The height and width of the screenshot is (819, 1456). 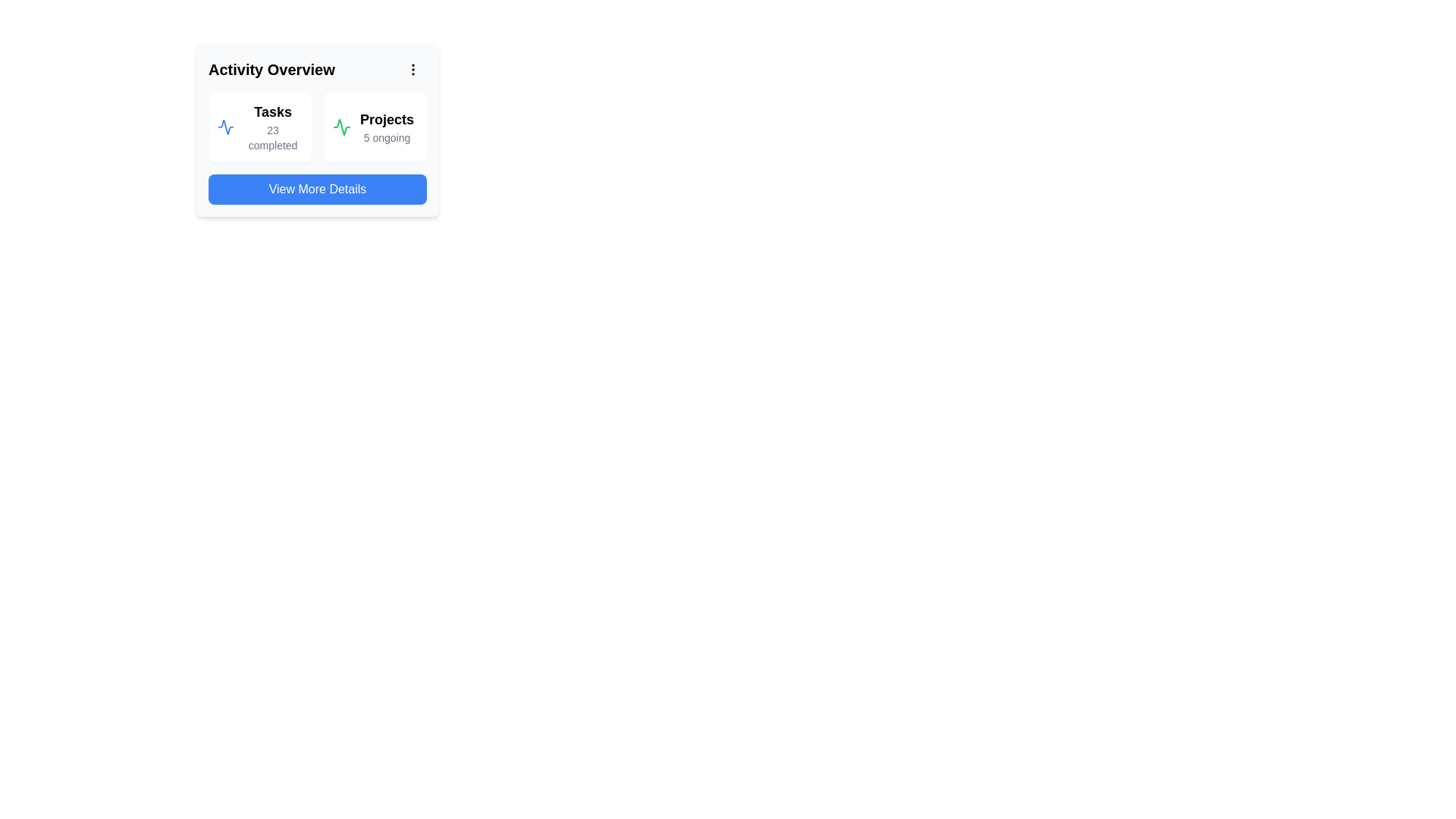 What do you see at coordinates (316, 127) in the screenshot?
I see `the Grid layout containing informational blocks that displays 'Tasks' and 'Projects' in the 'Activity Overview' section` at bounding box center [316, 127].